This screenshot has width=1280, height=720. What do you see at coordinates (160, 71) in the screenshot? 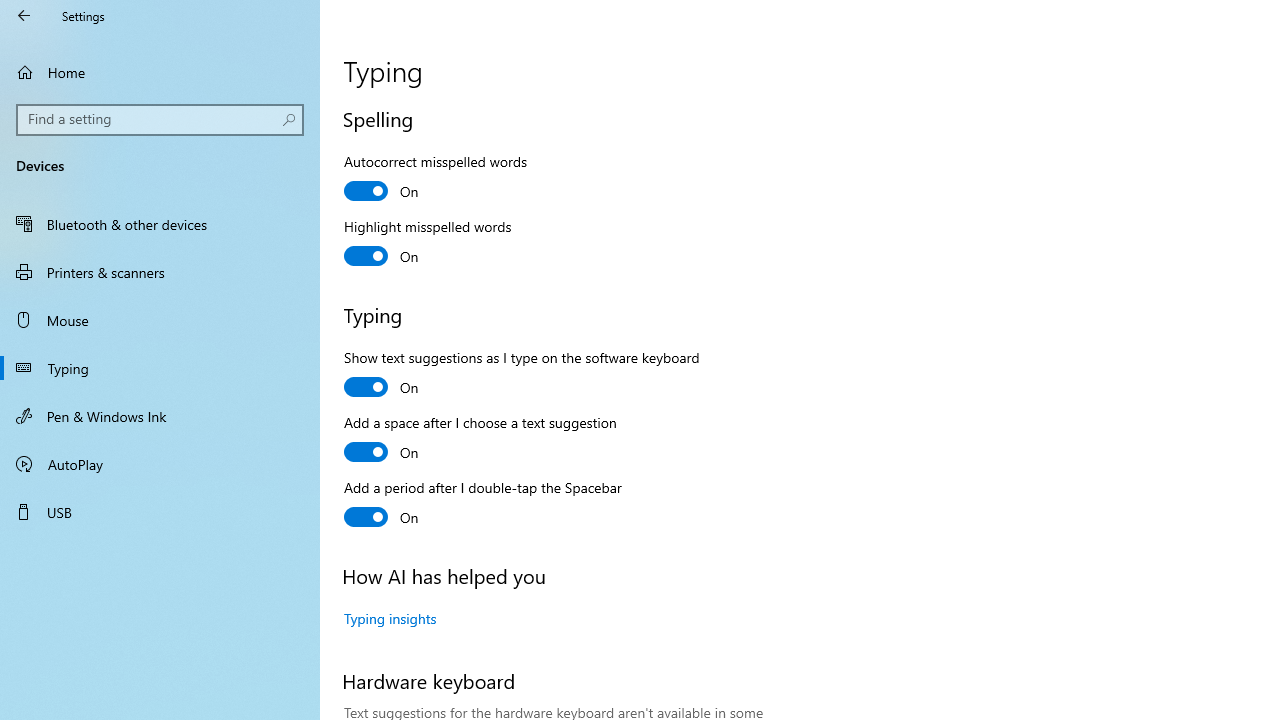
I see `'Home'` at bounding box center [160, 71].